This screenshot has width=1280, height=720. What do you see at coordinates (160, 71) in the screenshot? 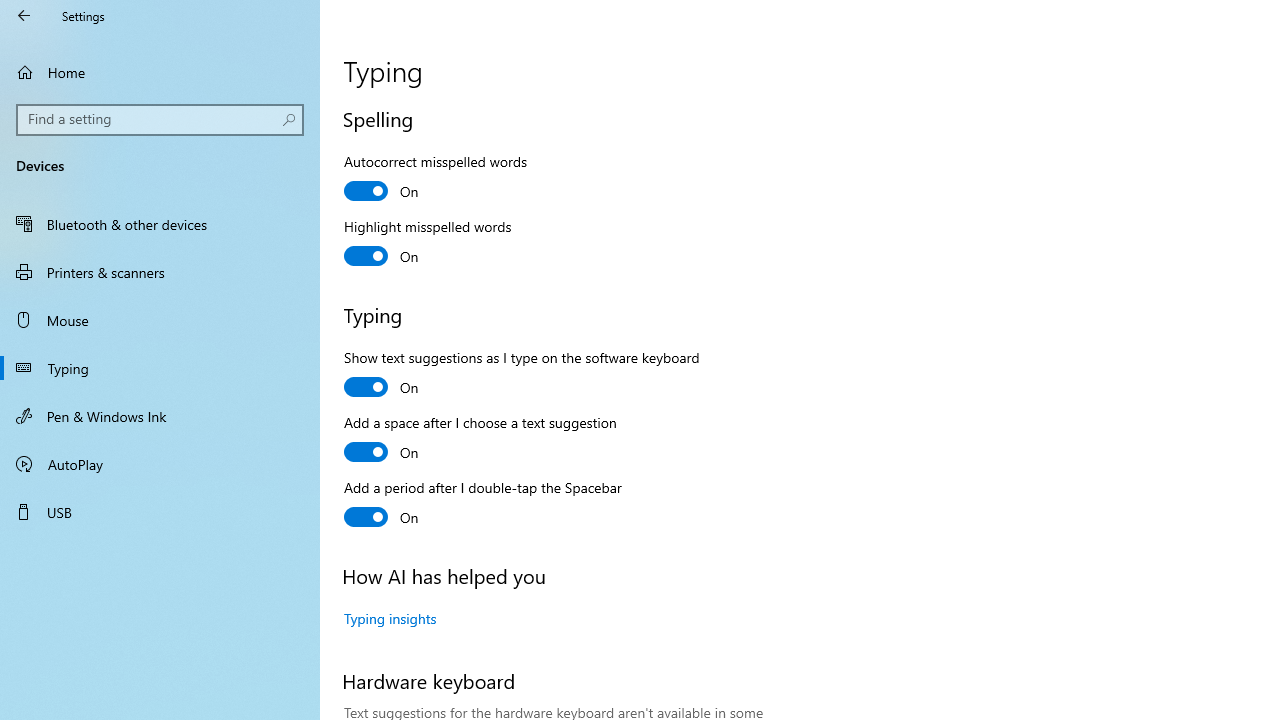
I see `'Home'` at bounding box center [160, 71].